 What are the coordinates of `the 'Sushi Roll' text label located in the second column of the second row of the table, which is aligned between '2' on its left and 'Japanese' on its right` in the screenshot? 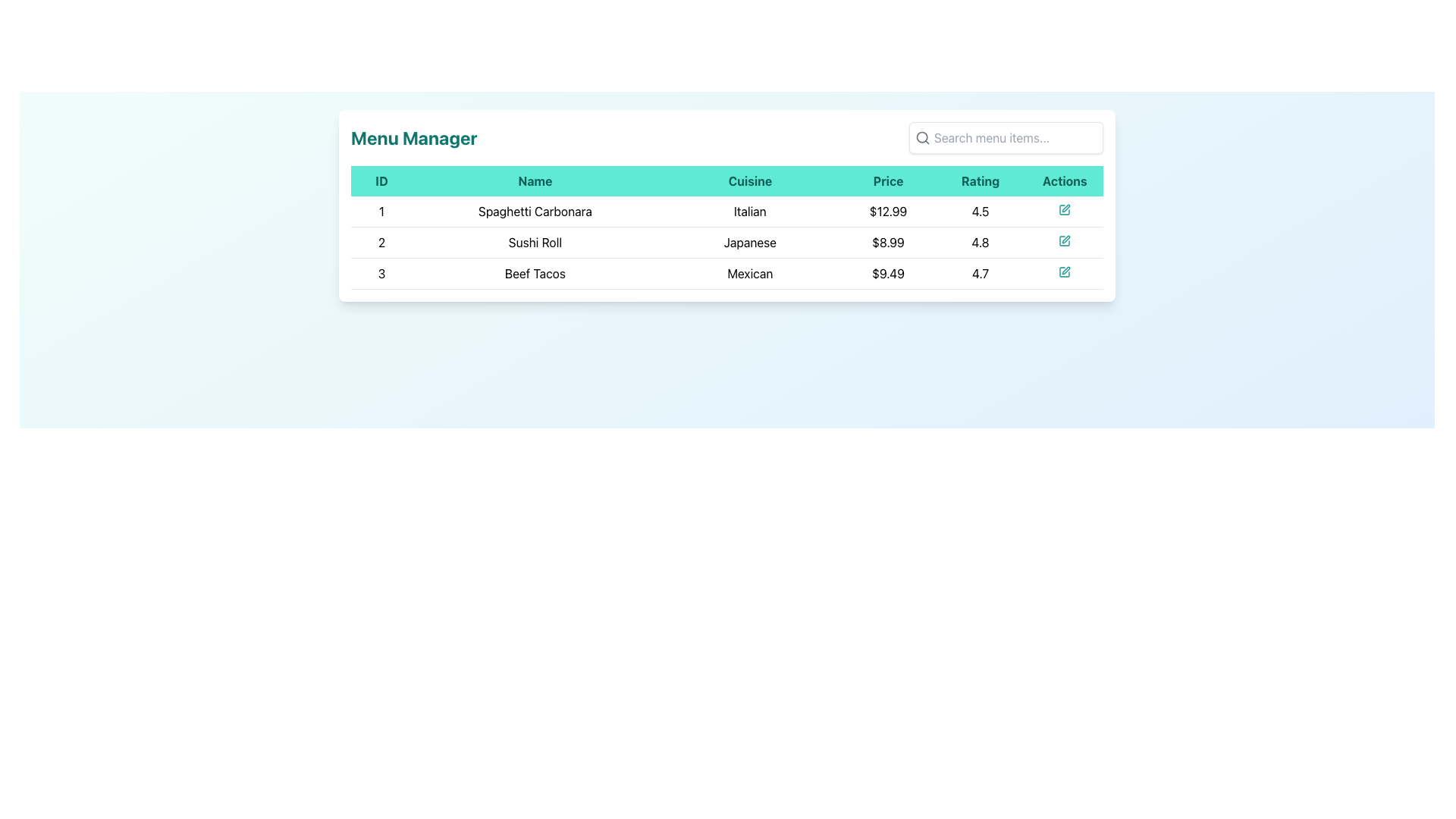 It's located at (535, 242).